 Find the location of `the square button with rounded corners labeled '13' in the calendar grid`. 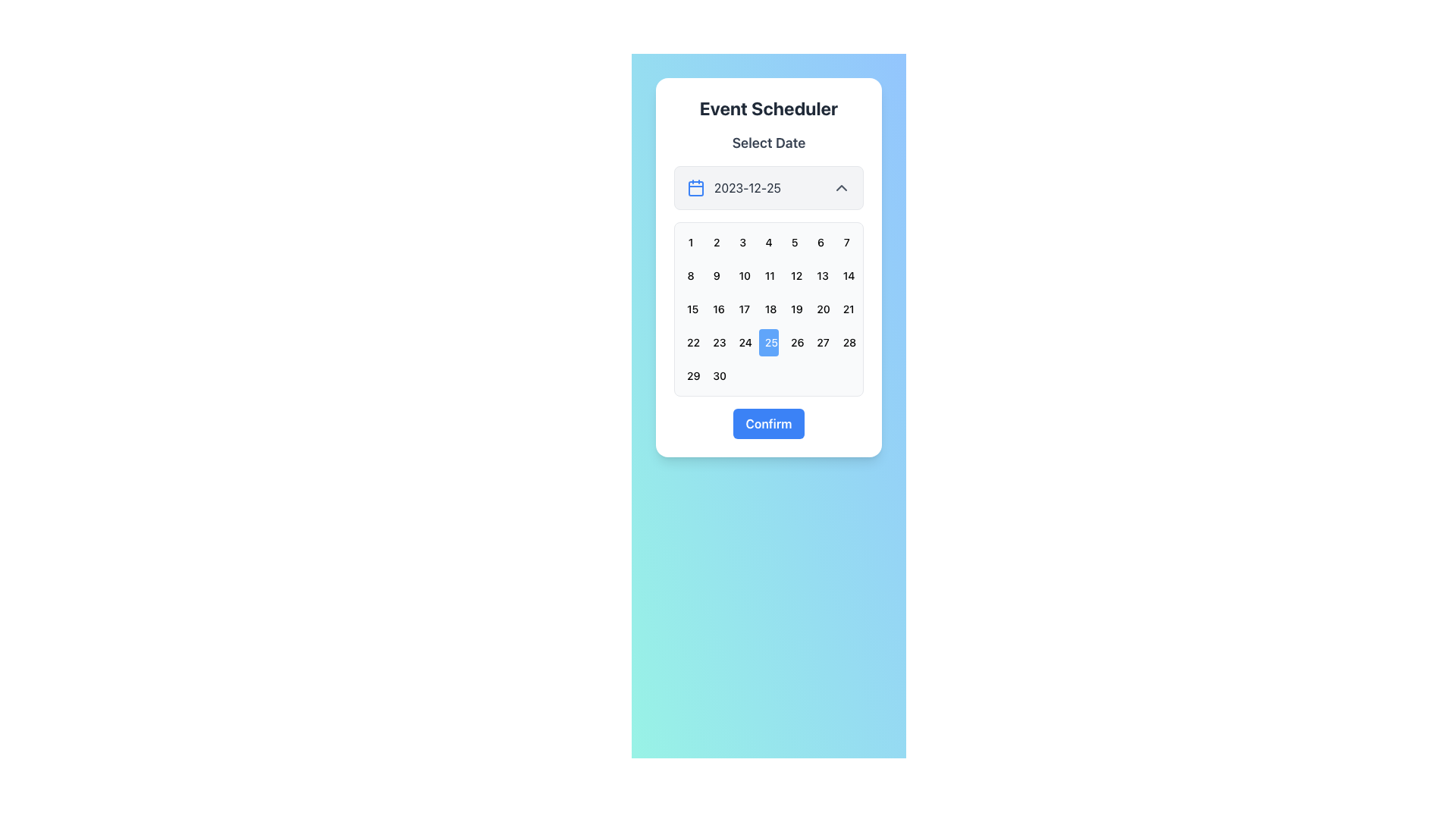

the square button with rounded corners labeled '13' in the calendar grid is located at coordinates (820, 275).